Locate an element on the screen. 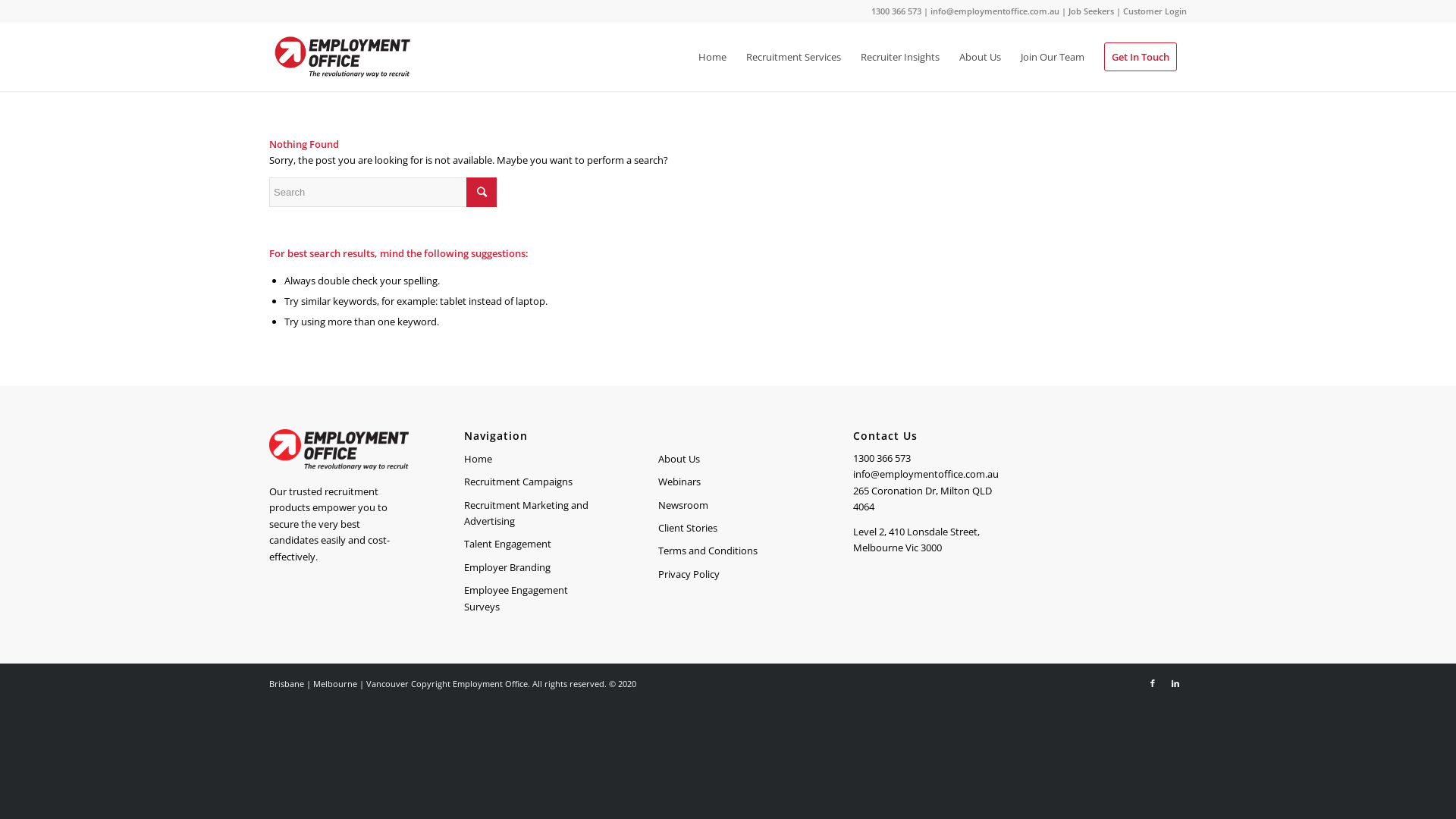 Image resolution: width=1456 pixels, height=819 pixels. 'Get In Touch' is located at coordinates (1140, 55).